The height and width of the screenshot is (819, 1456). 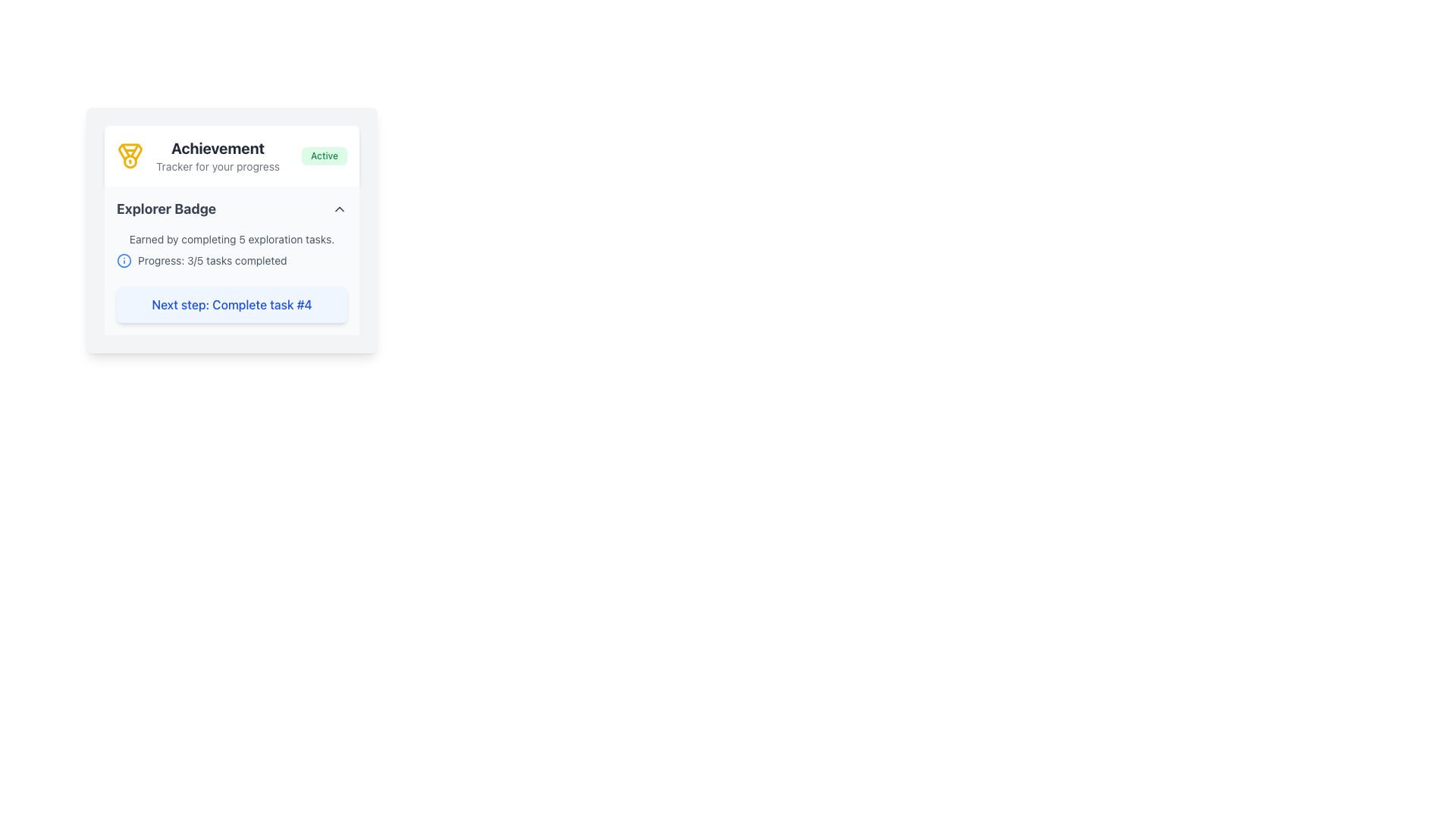 What do you see at coordinates (217, 166) in the screenshot?
I see `the text element styled in small gray font that reads 'Tracker for your progress', located directly below the bold 'Achievement' text` at bounding box center [217, 166].